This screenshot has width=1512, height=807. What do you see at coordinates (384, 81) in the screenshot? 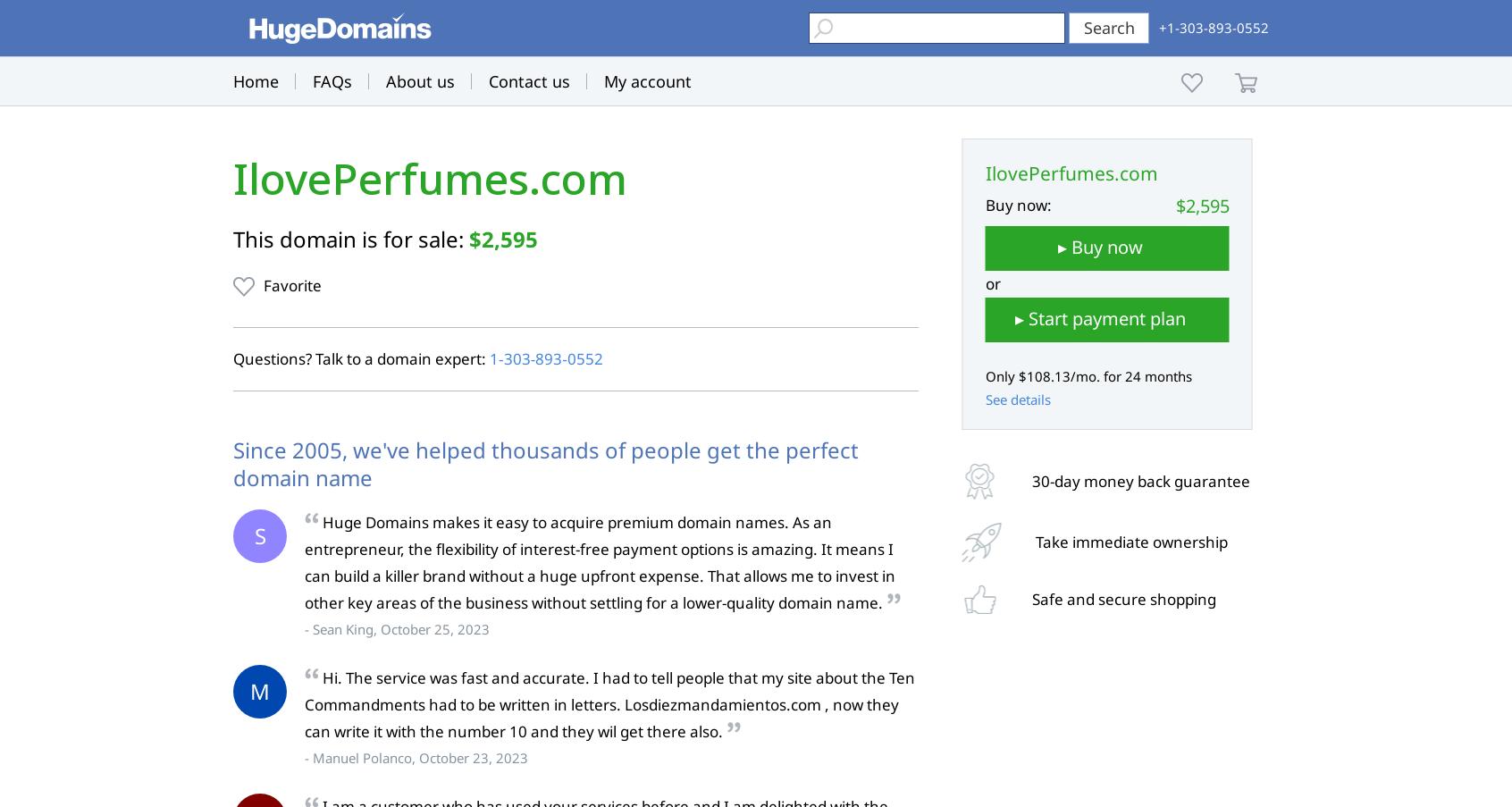
I see `'About us'` at bounding box center [384, 81].